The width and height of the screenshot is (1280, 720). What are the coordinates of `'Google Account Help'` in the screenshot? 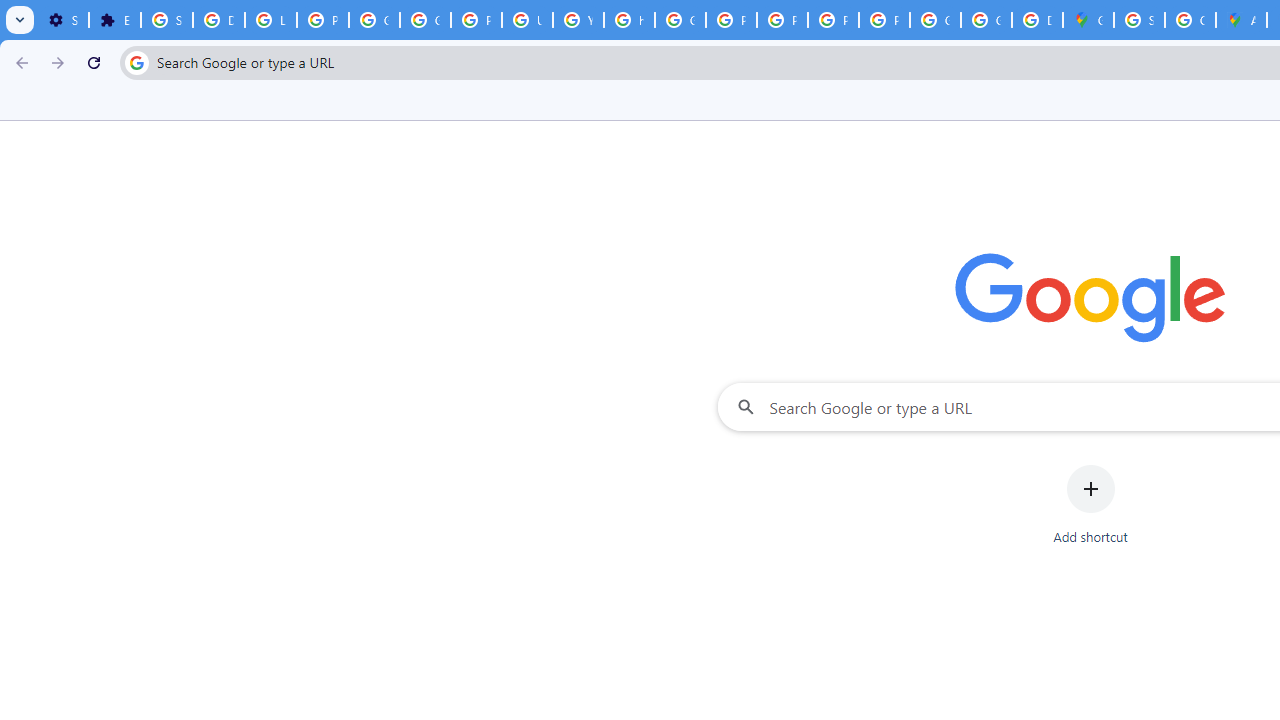 It's located at (423, 20).